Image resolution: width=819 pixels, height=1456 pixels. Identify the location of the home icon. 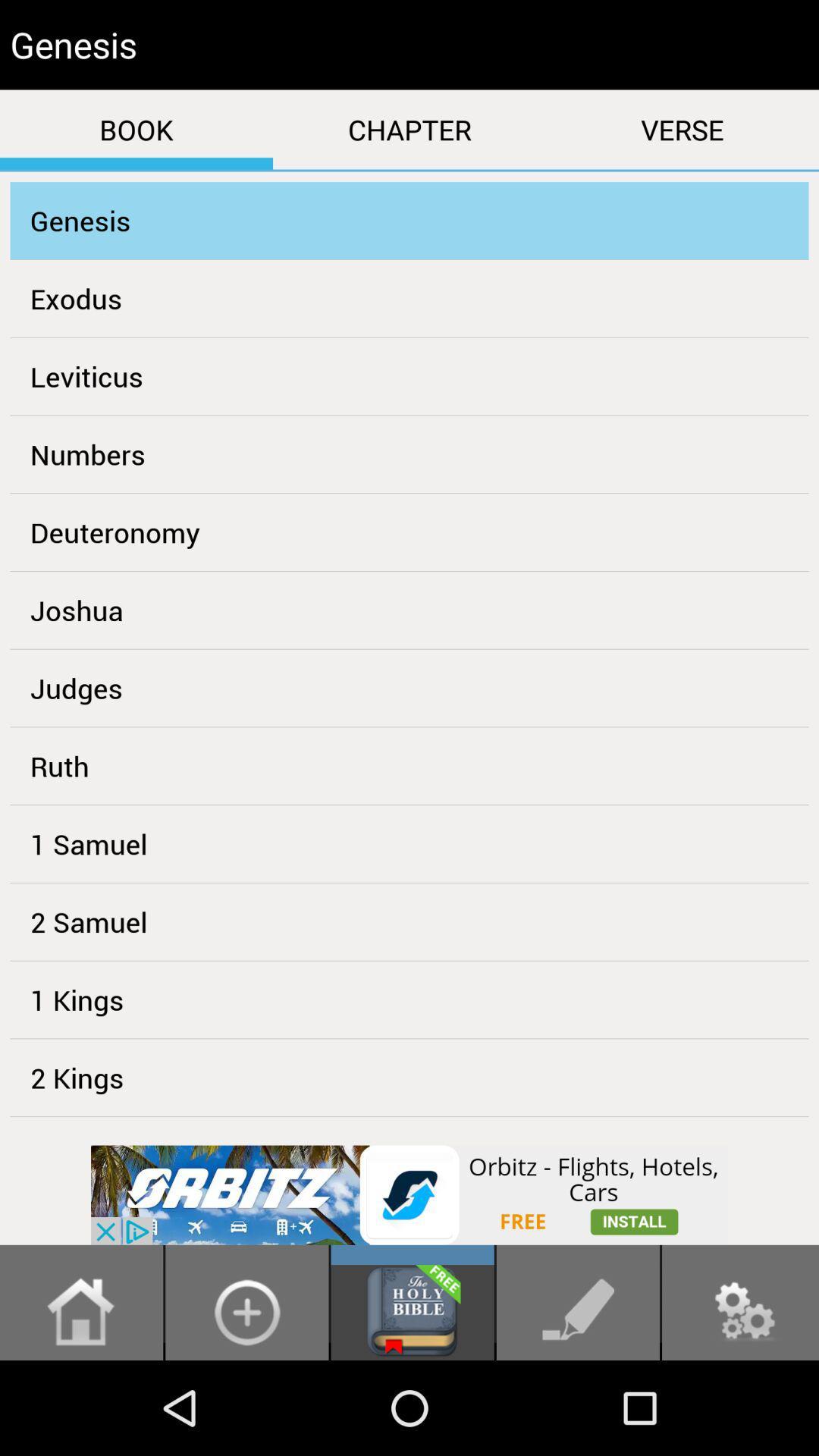
(81, 1404).